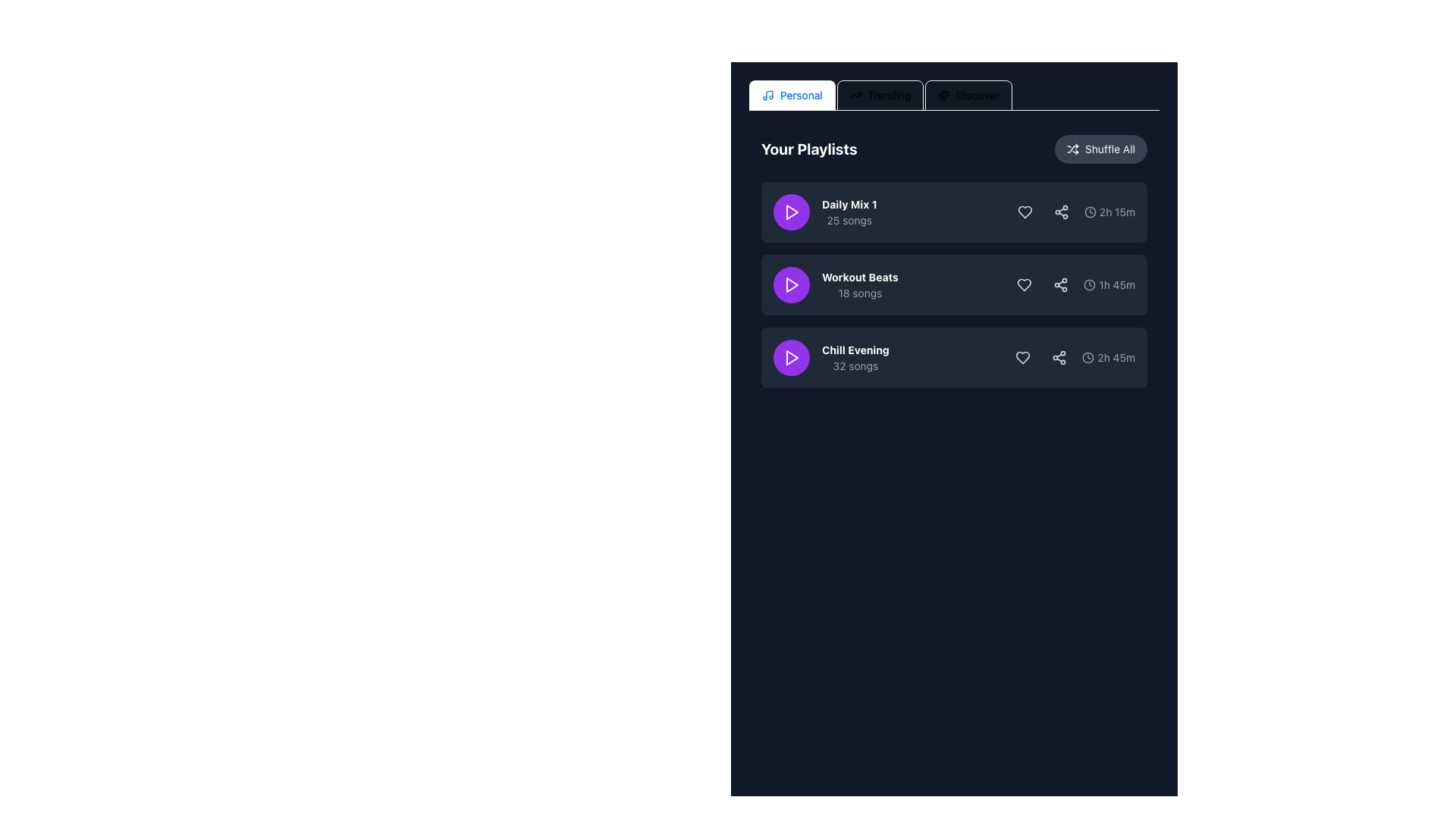  I want to click on the text display element showing '2h 45m', so click(1072, 357).